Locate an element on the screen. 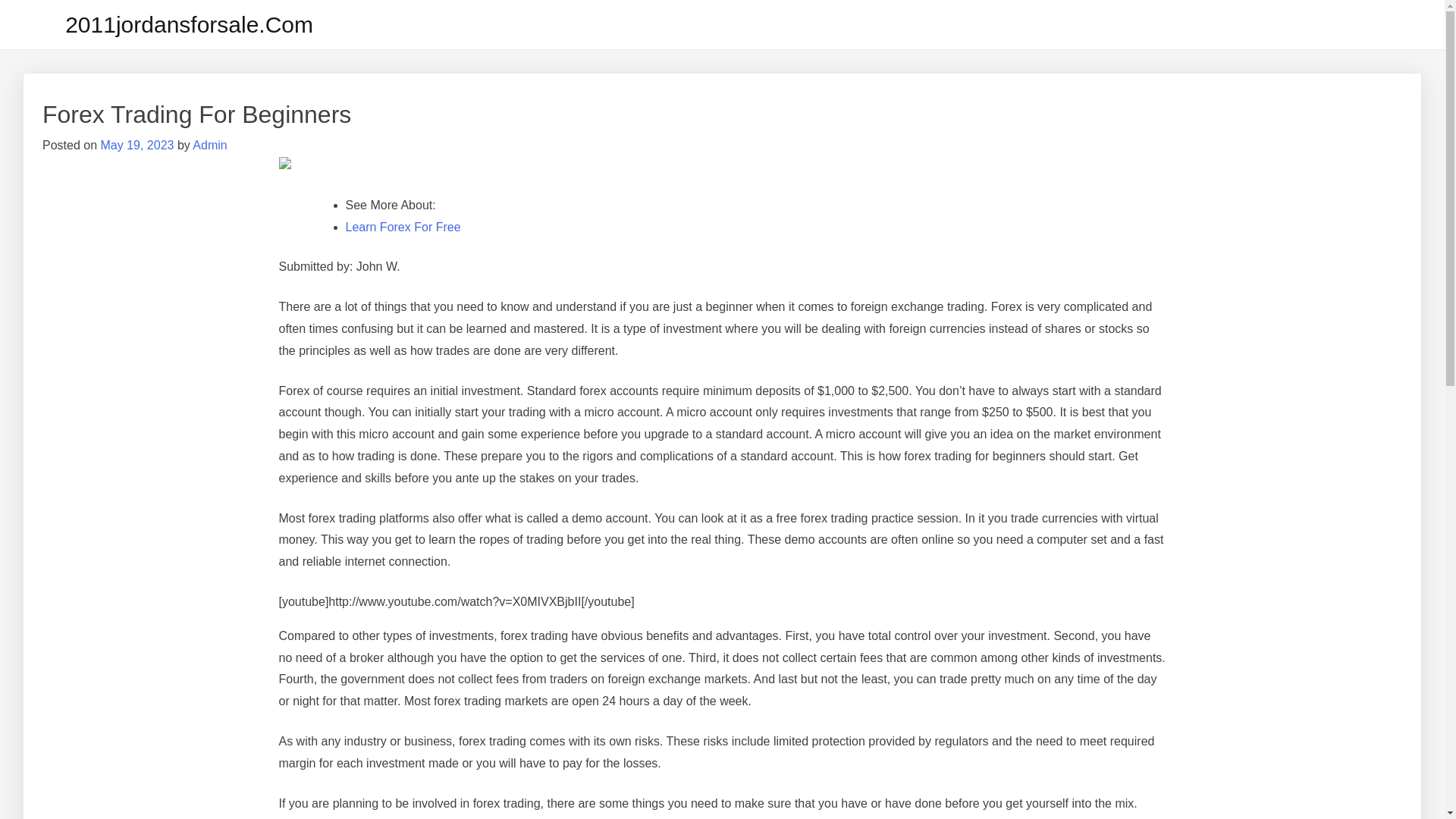 The height and width of the screenshot is (819, 1456). 'May 19, 2023' is located at coordinates (136, 145).